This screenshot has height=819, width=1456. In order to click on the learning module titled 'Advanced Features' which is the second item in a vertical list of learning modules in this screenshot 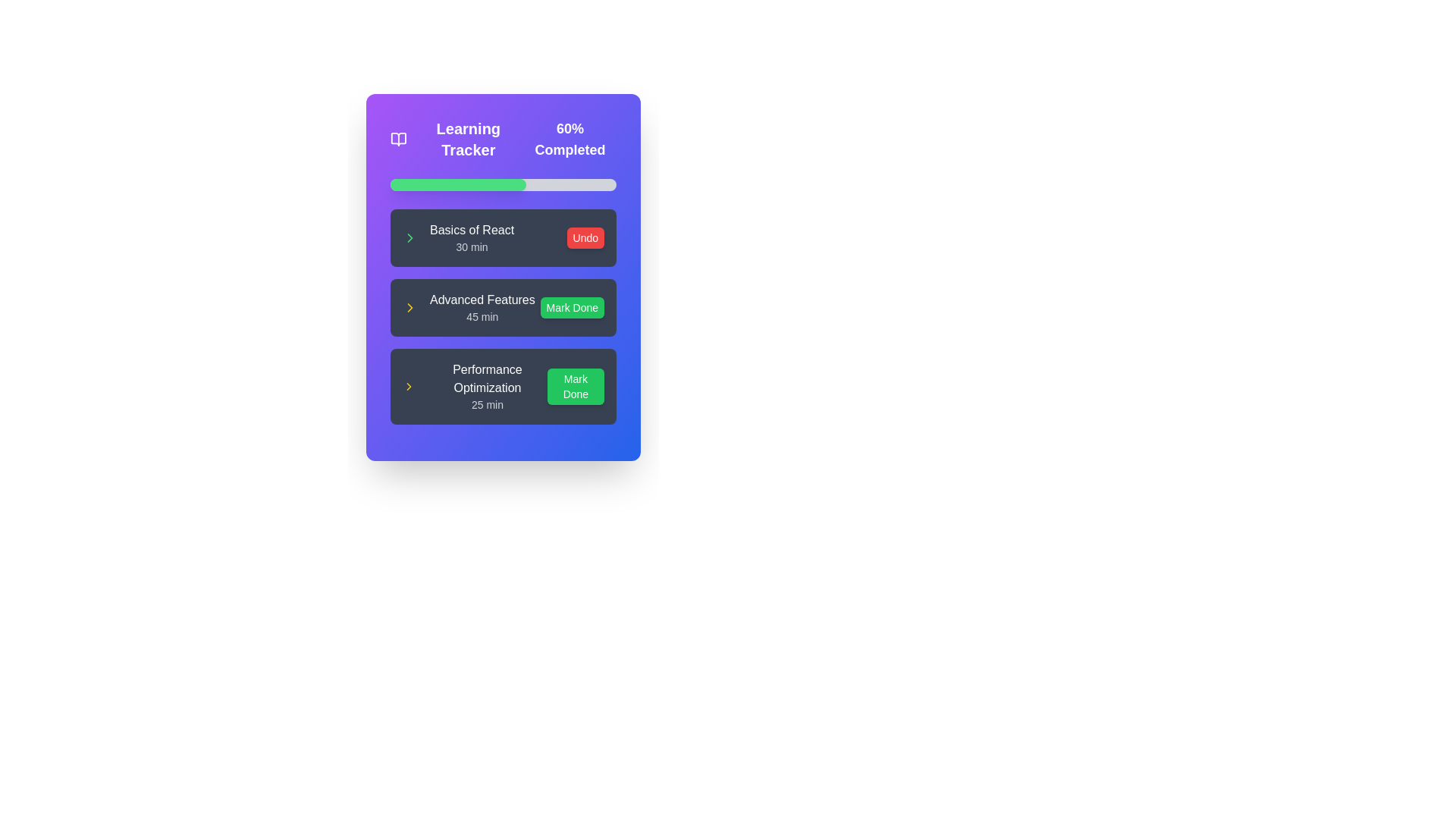, I will do `click(468, 307)`.